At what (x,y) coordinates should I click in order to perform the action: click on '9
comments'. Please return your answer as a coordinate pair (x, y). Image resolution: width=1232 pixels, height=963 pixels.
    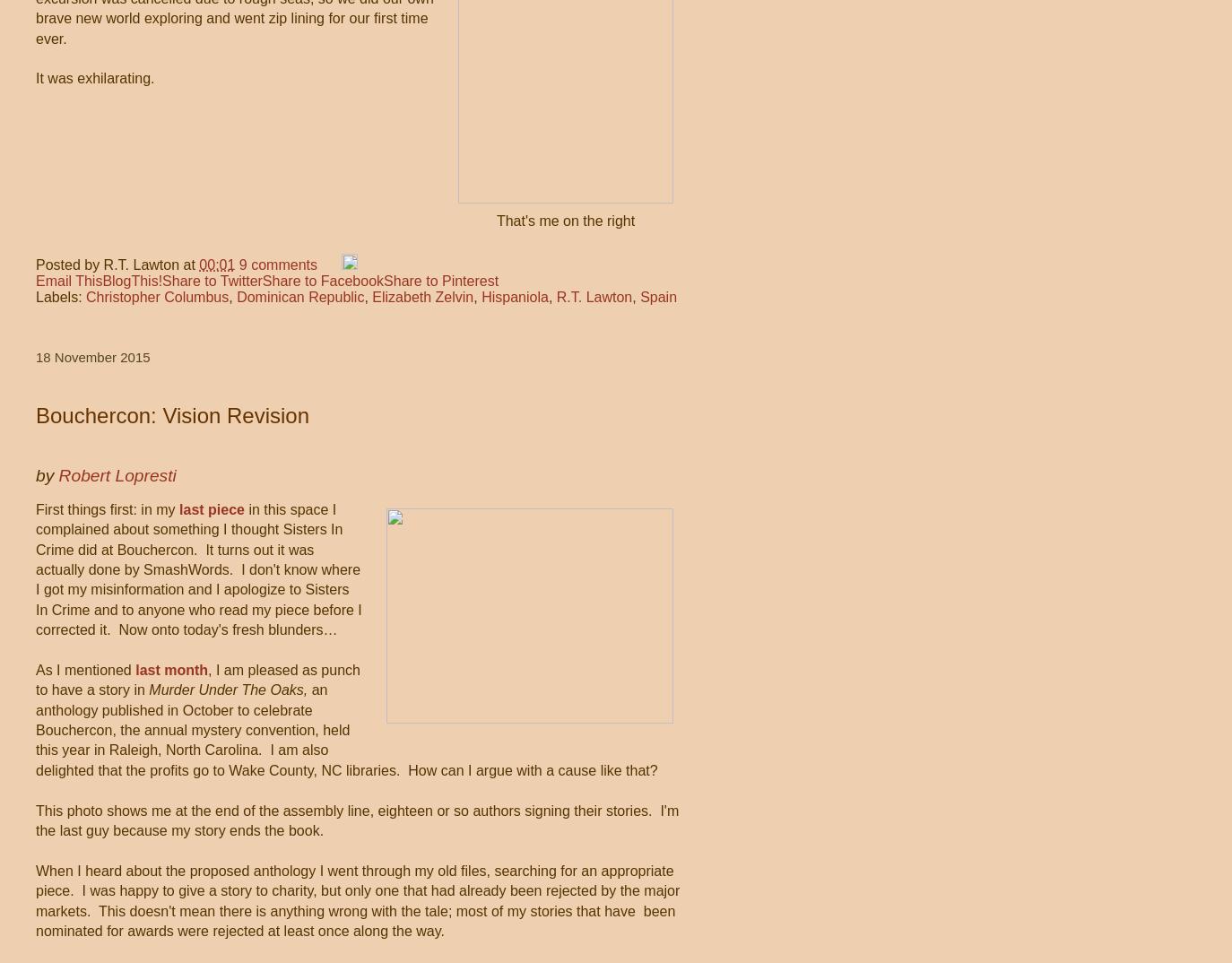
    Looking at the image, I should click on (276, 264).